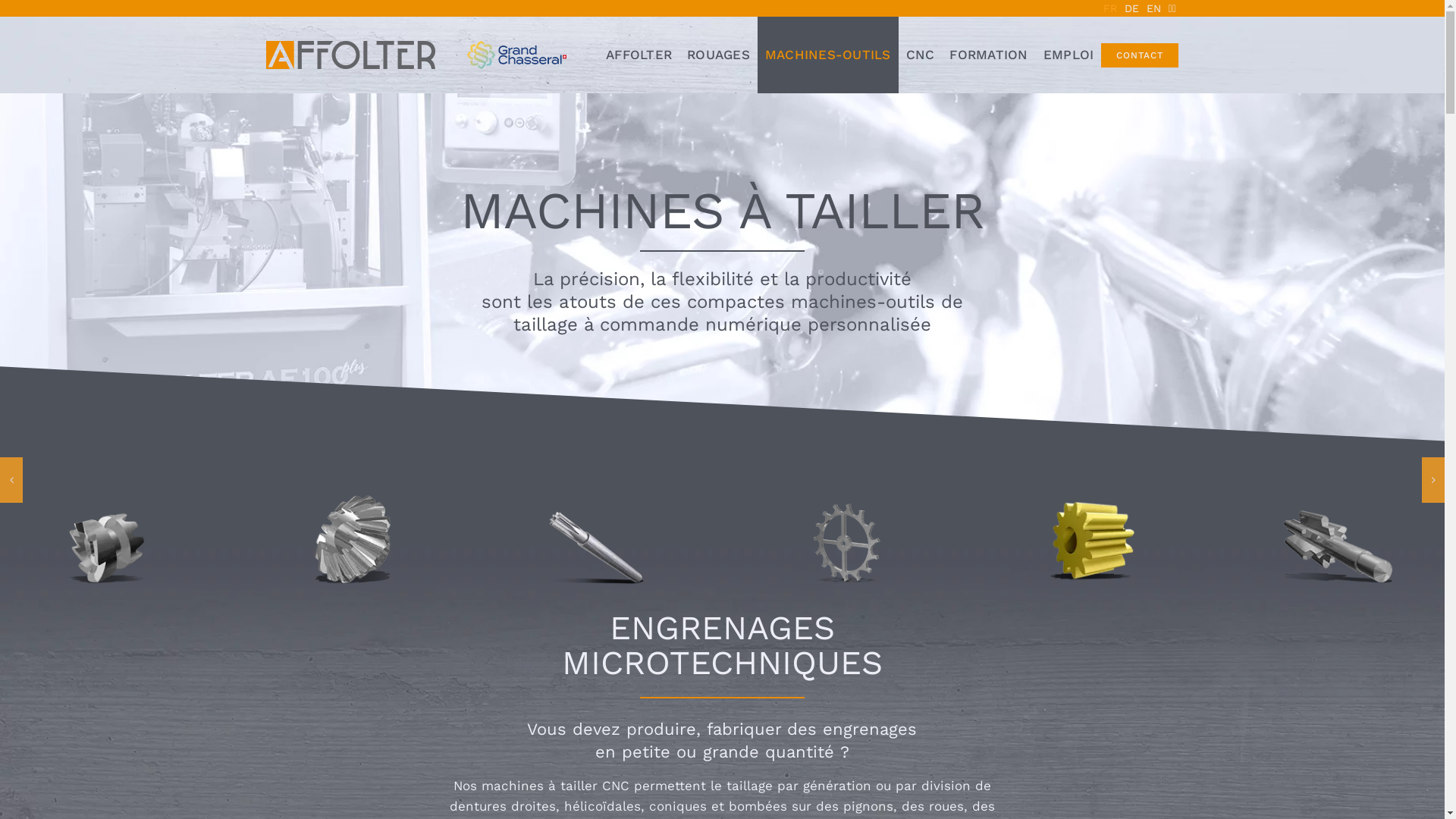 The width and height of the screenshot is (1456, 819). What do you see at coordinates (1153, 8) in the screenshot?
I see `'EN'` at bounding box center [1153, 8].